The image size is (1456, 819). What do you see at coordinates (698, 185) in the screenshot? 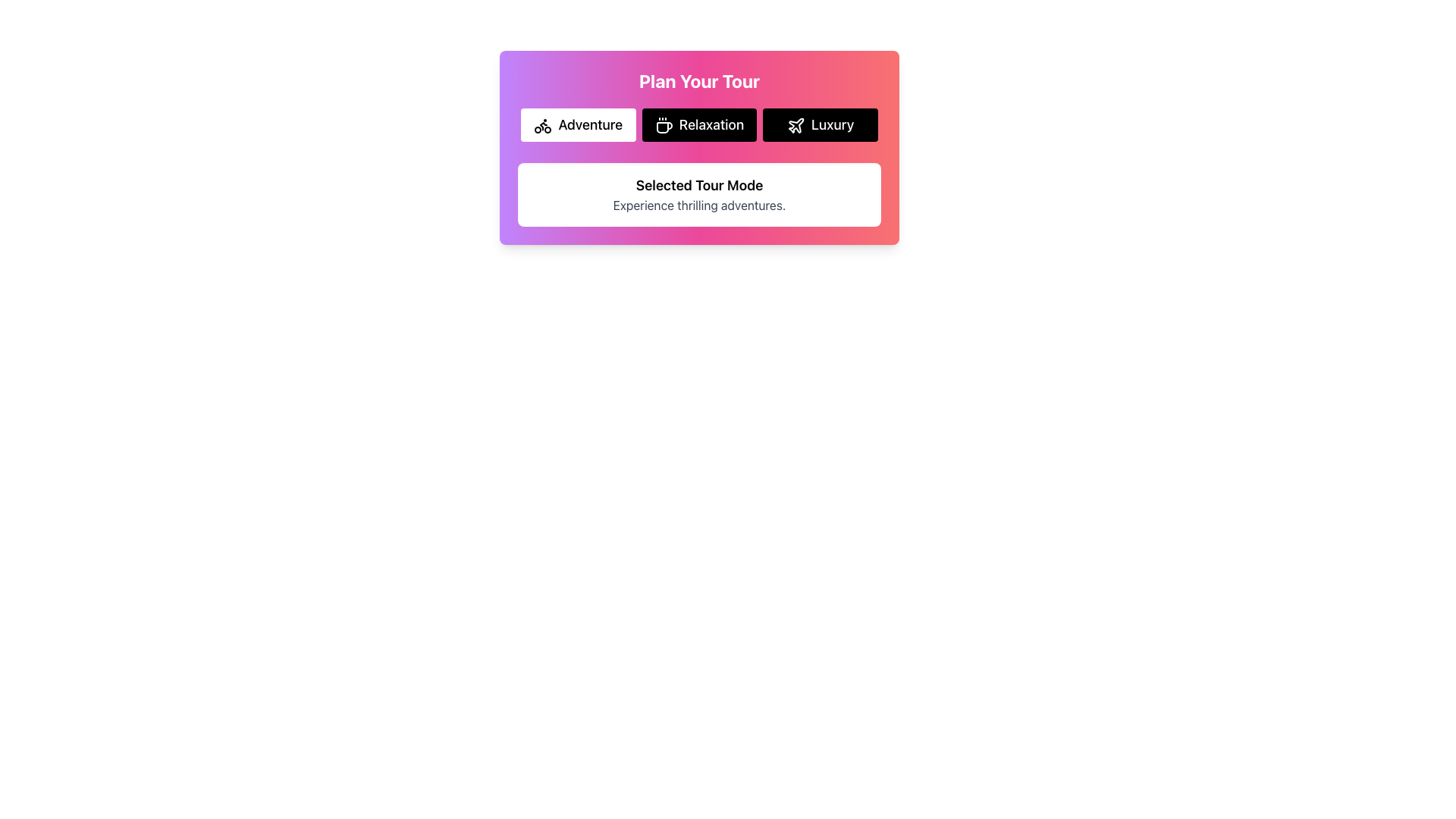
I see `the Text Label that serves as the title for the selected tour mode section, located above the subtitle 'Experience thrilling adventures.'` at bounding box center [698, 185].